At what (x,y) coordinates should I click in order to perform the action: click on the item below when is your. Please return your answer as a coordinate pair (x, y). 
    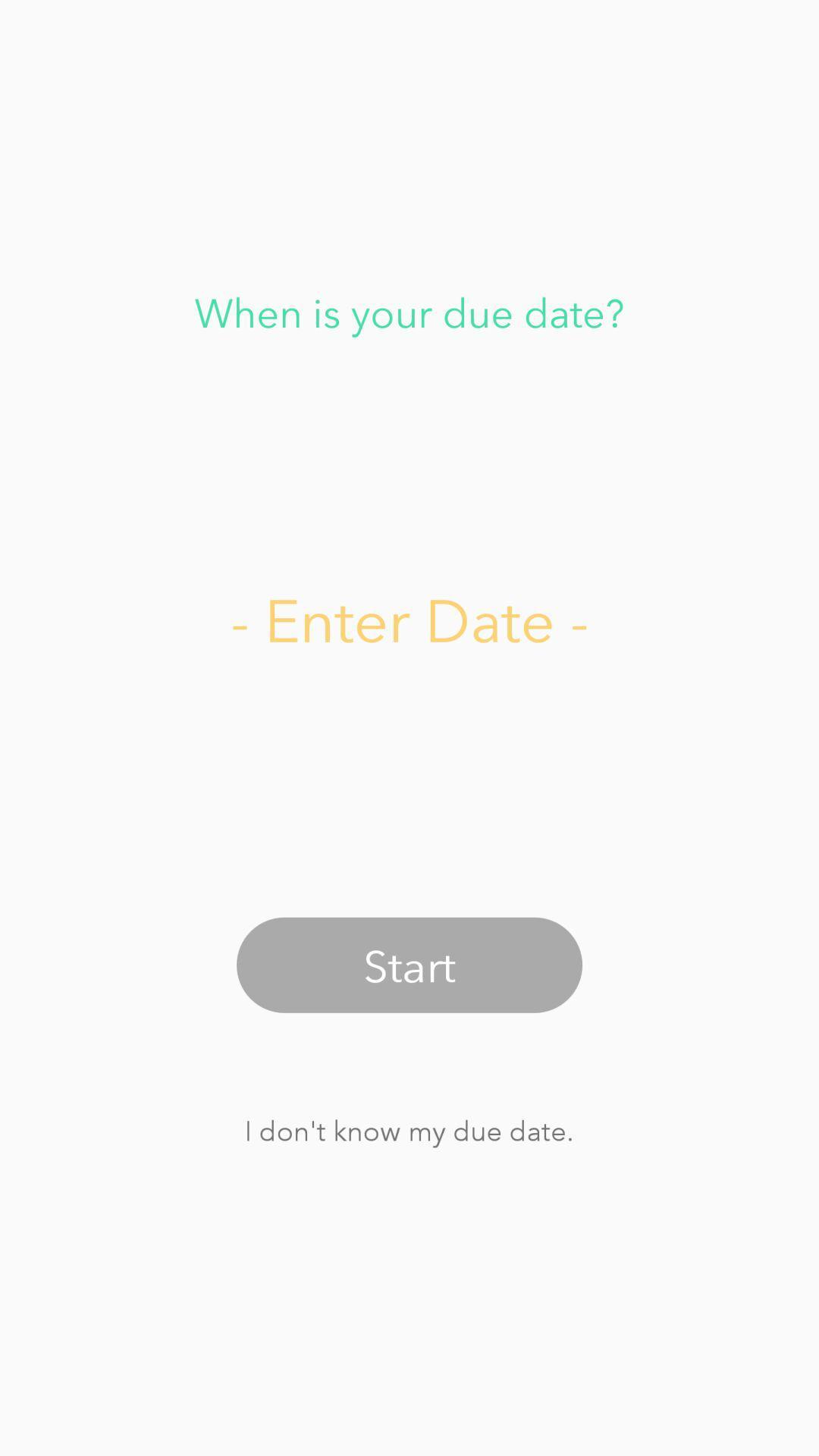
    Looking at the image, I should click on (409, 619).